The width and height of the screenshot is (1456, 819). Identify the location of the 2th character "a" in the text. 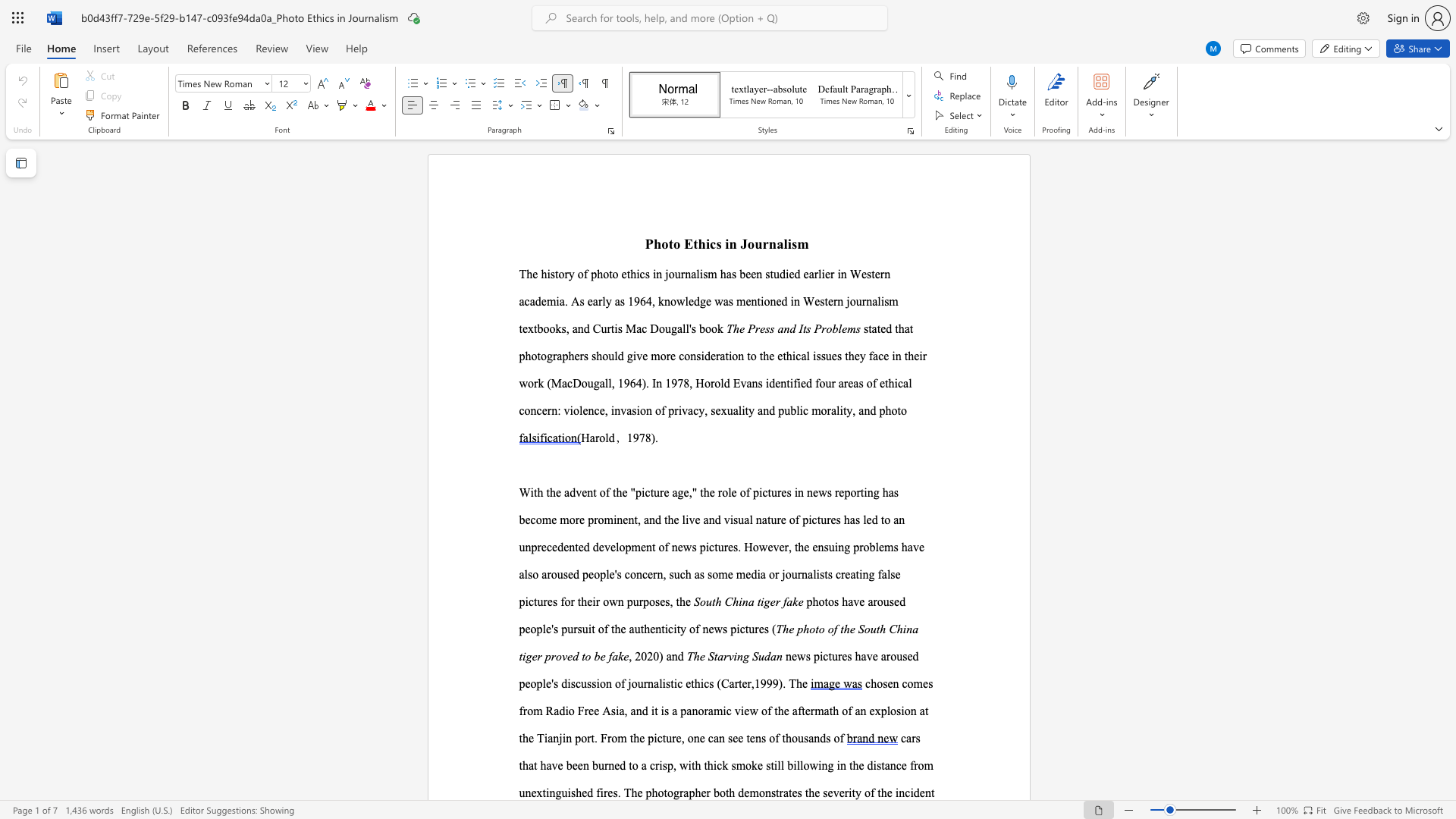
(773, 655).